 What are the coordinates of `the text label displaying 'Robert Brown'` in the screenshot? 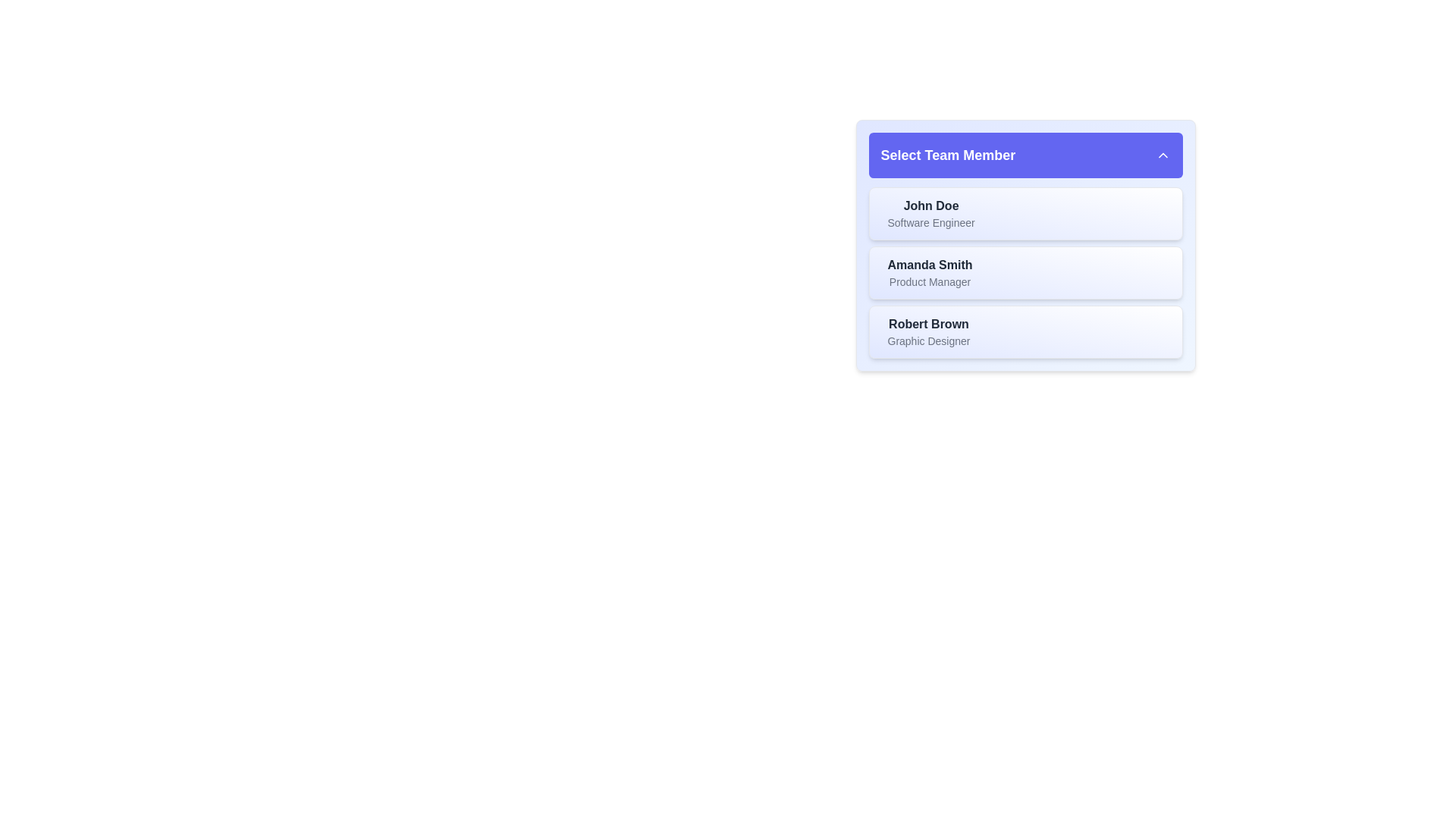 It's located at (927, 324).